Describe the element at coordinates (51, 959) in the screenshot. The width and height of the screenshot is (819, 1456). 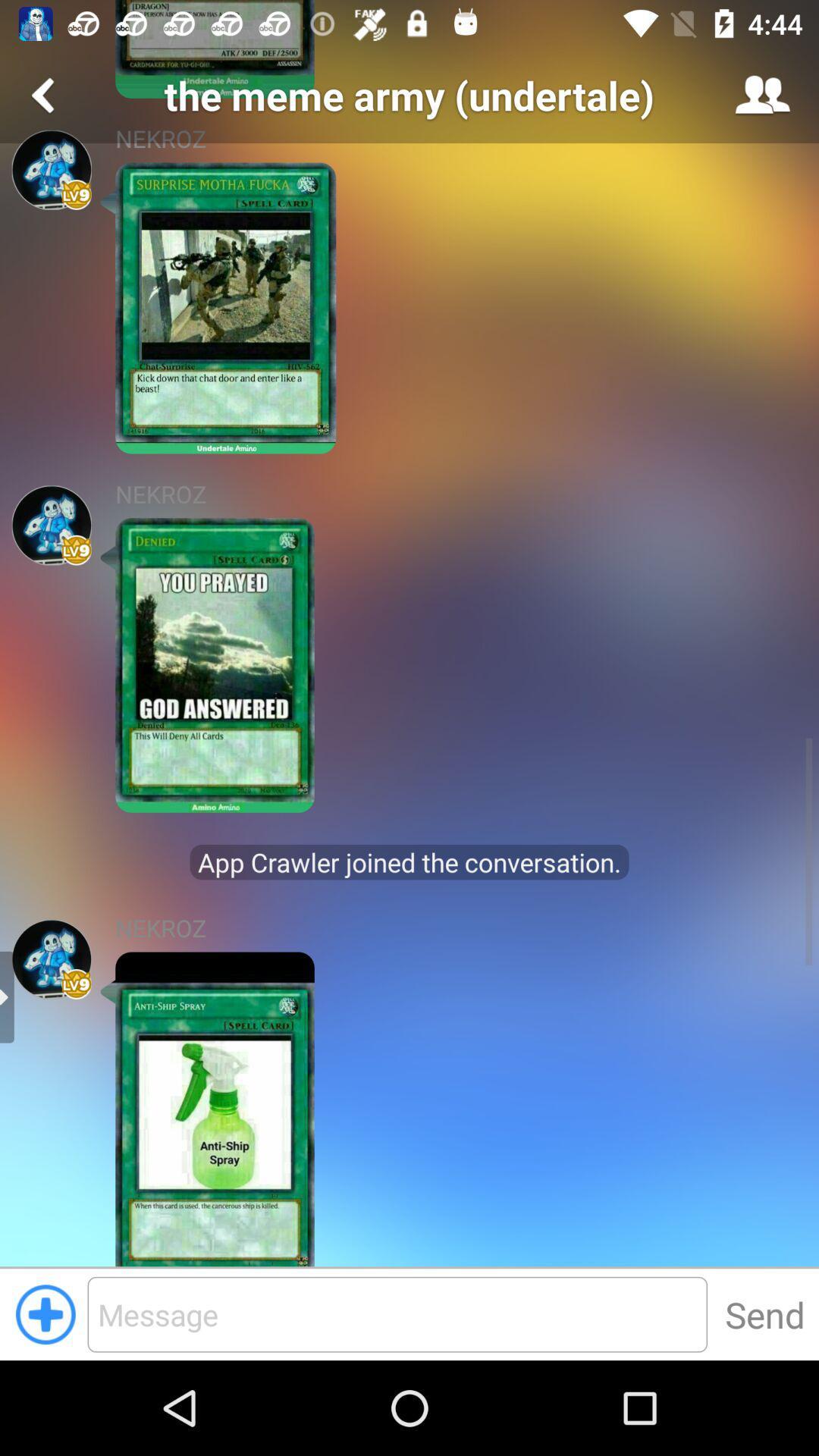
I see `see the profile` at that location.